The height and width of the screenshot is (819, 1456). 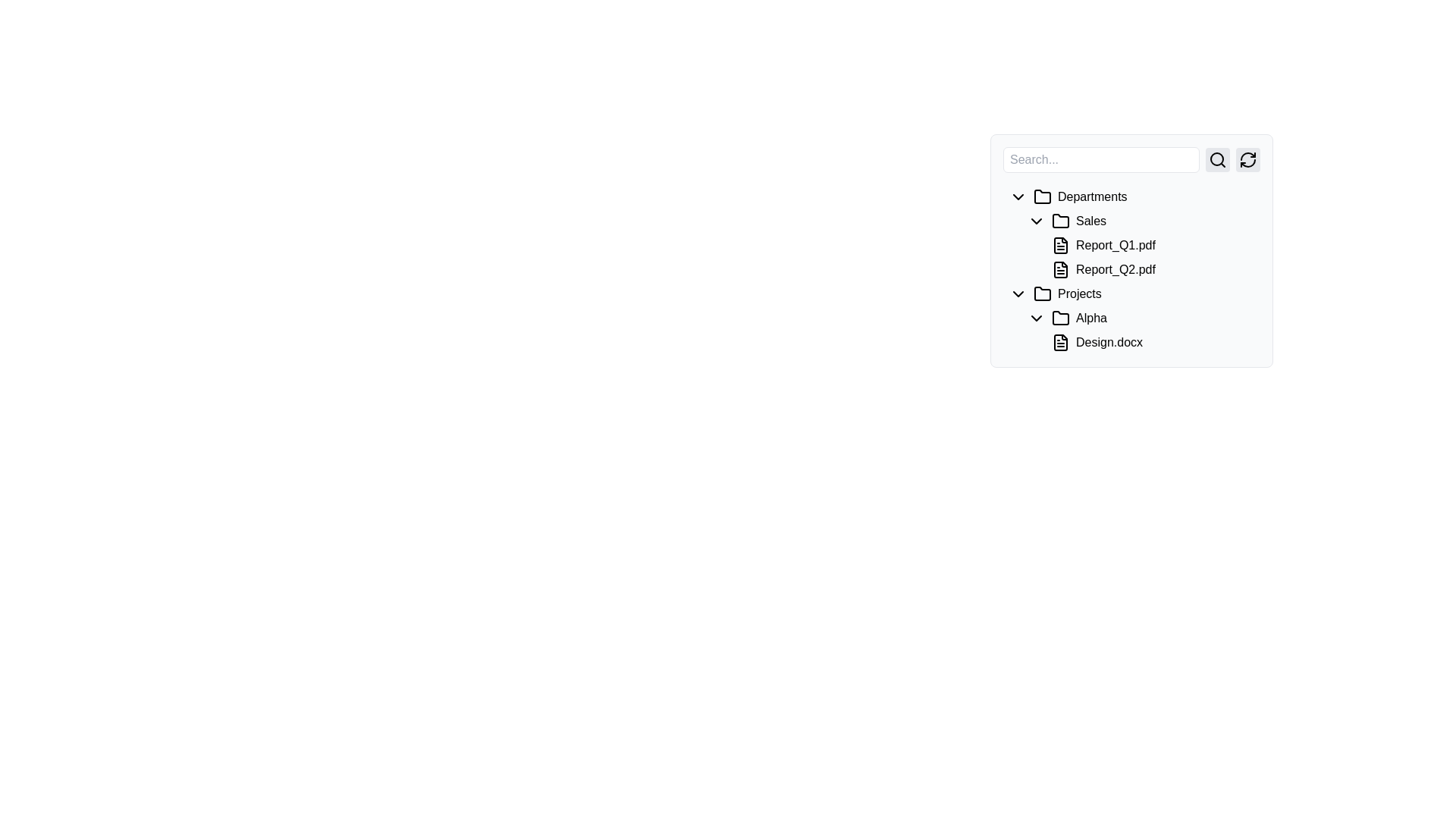 I want to click on the document file icon represented by a sheet-like graphic with a folded top-right corner, located to the left of the text 'Report_Q2.pdf', so click(x=1062, y=268).